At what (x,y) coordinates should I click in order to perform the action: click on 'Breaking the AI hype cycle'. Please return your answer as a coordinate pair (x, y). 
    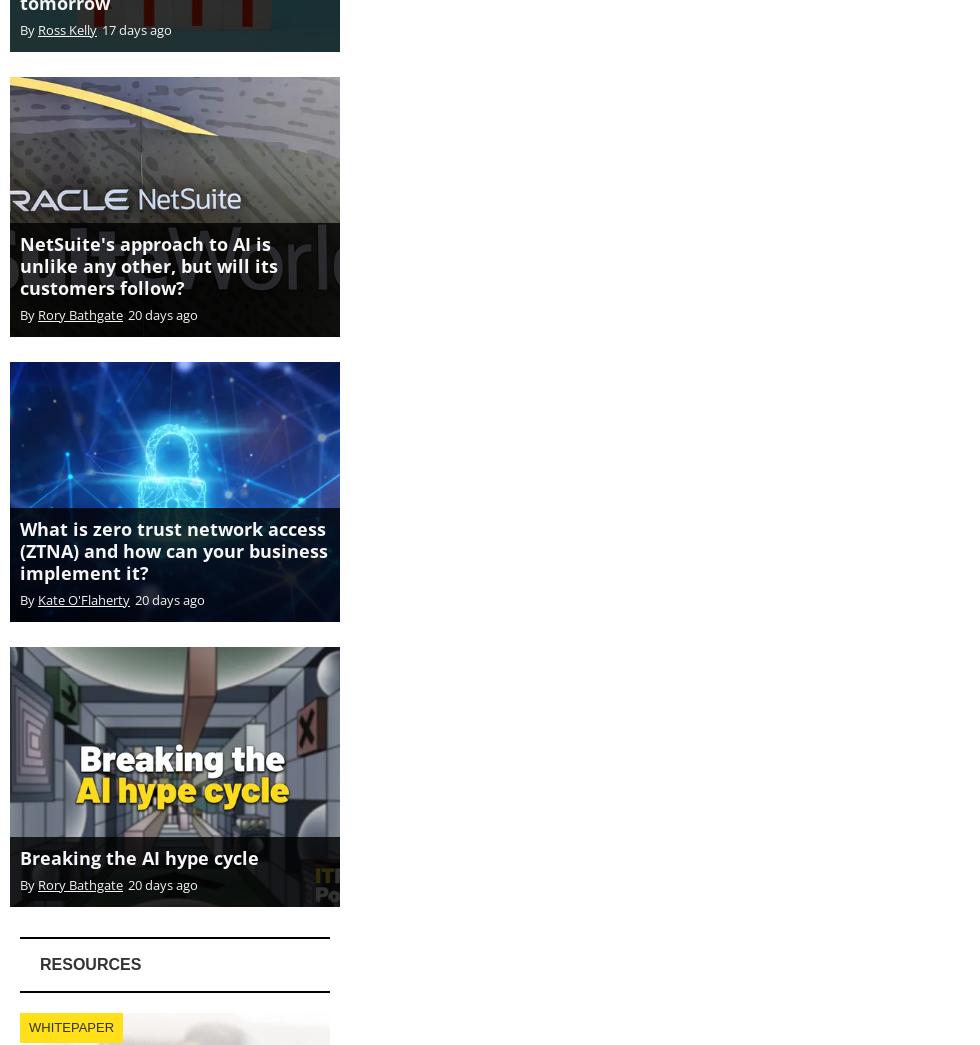
    Looking at the image, I should click on (139, 836).